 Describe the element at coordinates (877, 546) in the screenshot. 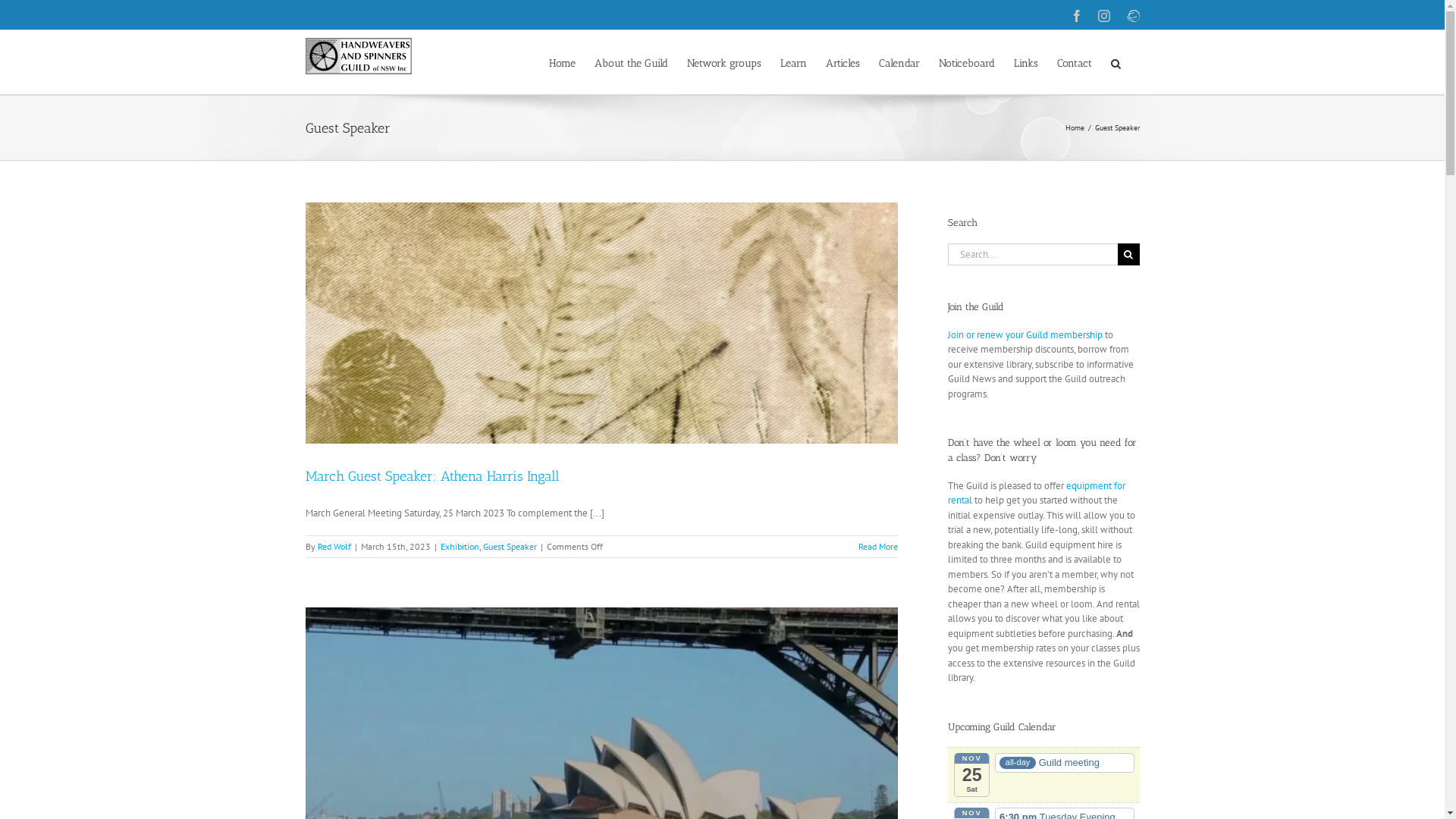

I see `'Read More'` at that location.